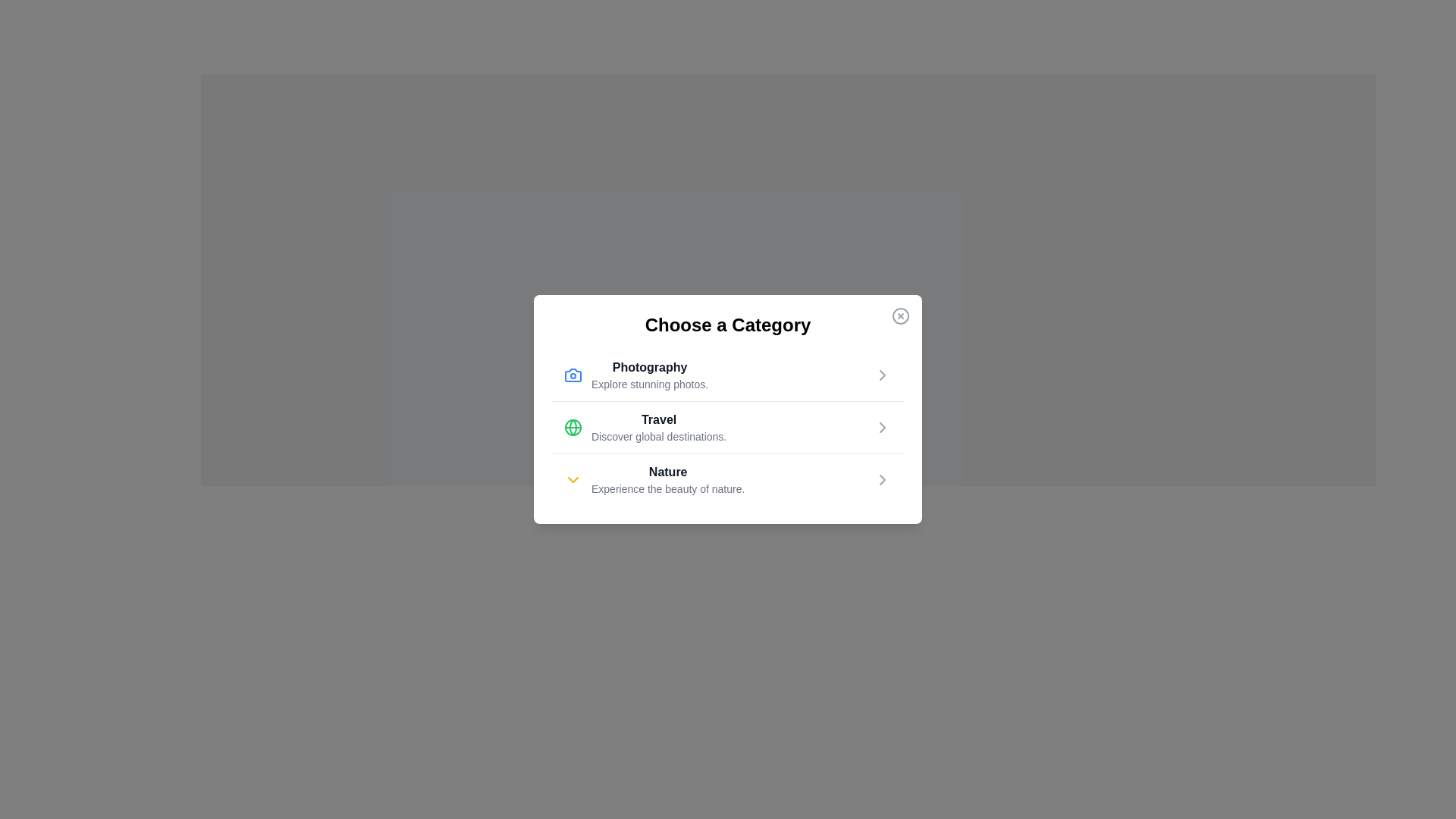 Image resolution: width=1456 pixels, height=819 pixels. Describe the element at coordinates (650, 375) in the screenshot. I see `the text group featuring 'Photography' and 'Explore stunning photos.' located in the first position of the vertically stacked list in the modal` at that location.